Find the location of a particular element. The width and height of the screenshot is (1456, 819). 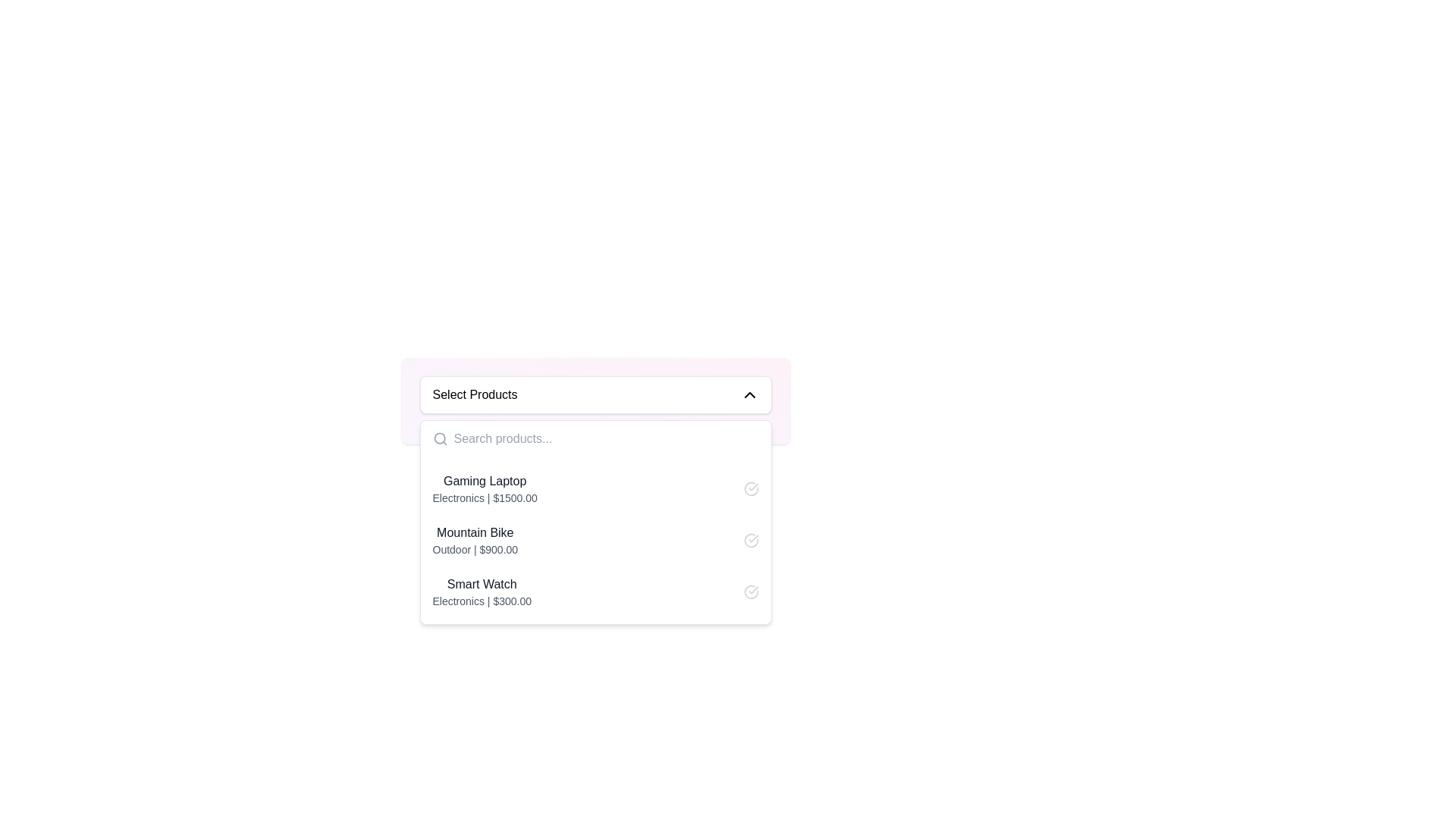

the status of the icon indicating the selection or availability of the item in the product listing titled 'Mountain Bike Outdoor | $900.00', located at the rightmost side of the listing is located at coordinates (751, 540).